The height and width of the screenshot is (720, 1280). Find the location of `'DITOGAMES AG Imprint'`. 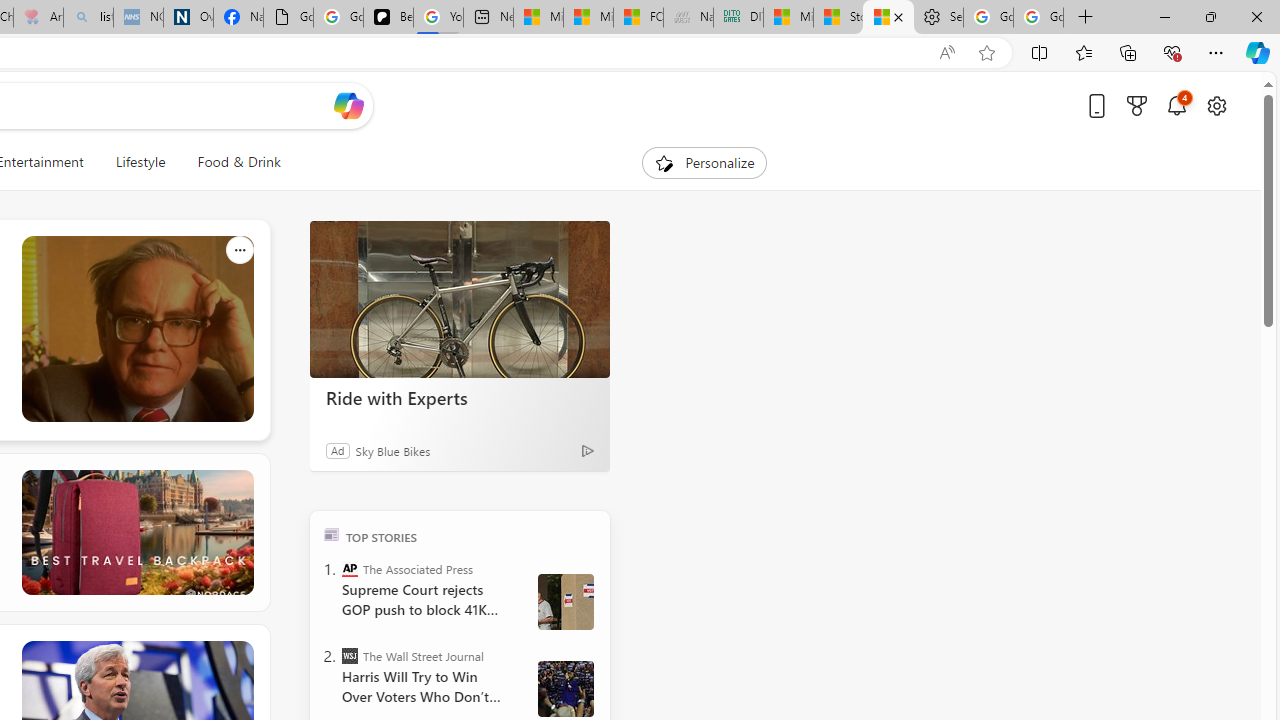

'DITOGAMES AG Imprint' is located at coordinates (737, 17).